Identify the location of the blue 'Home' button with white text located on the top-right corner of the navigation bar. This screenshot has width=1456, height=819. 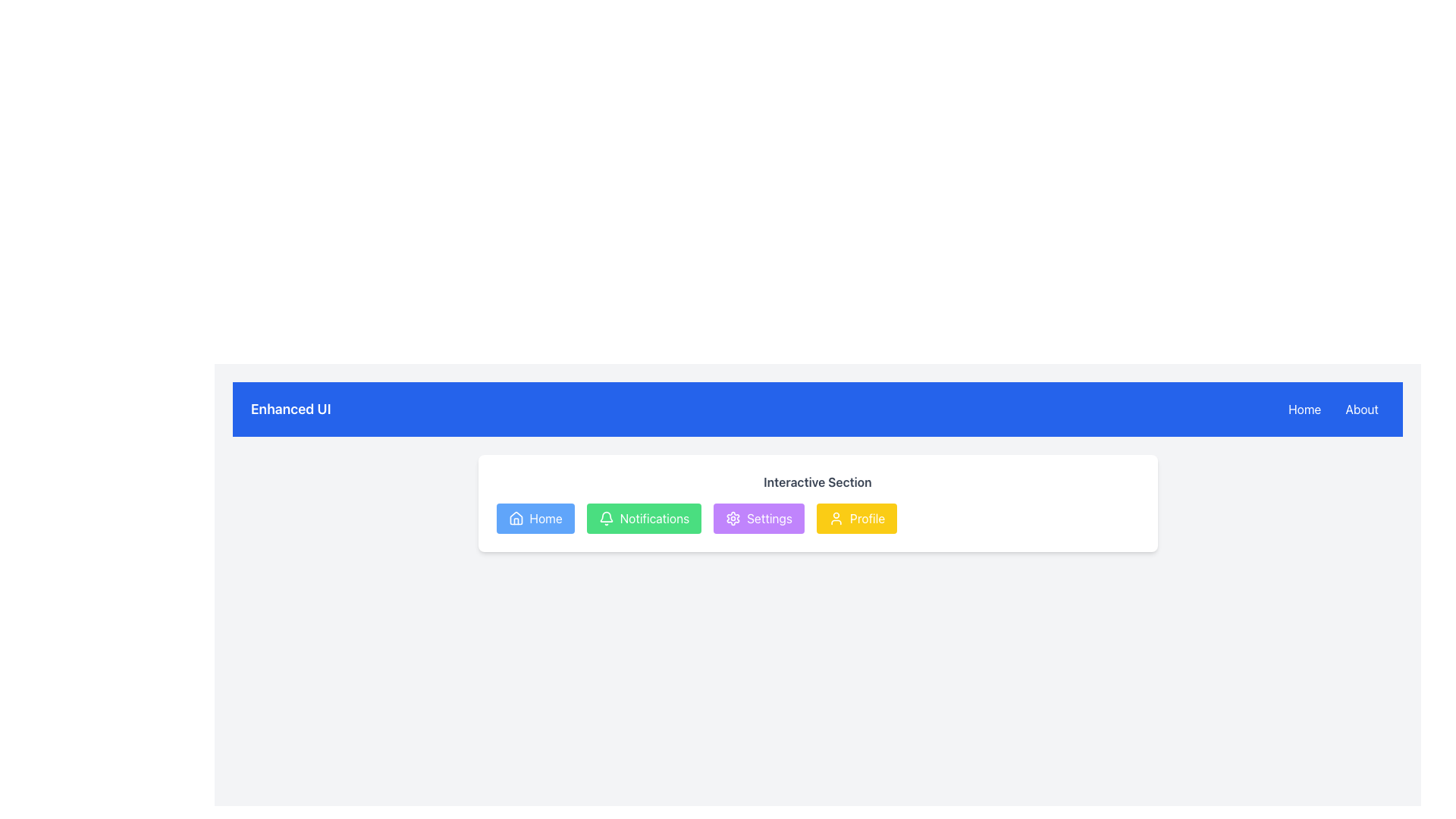
(1304, 409).